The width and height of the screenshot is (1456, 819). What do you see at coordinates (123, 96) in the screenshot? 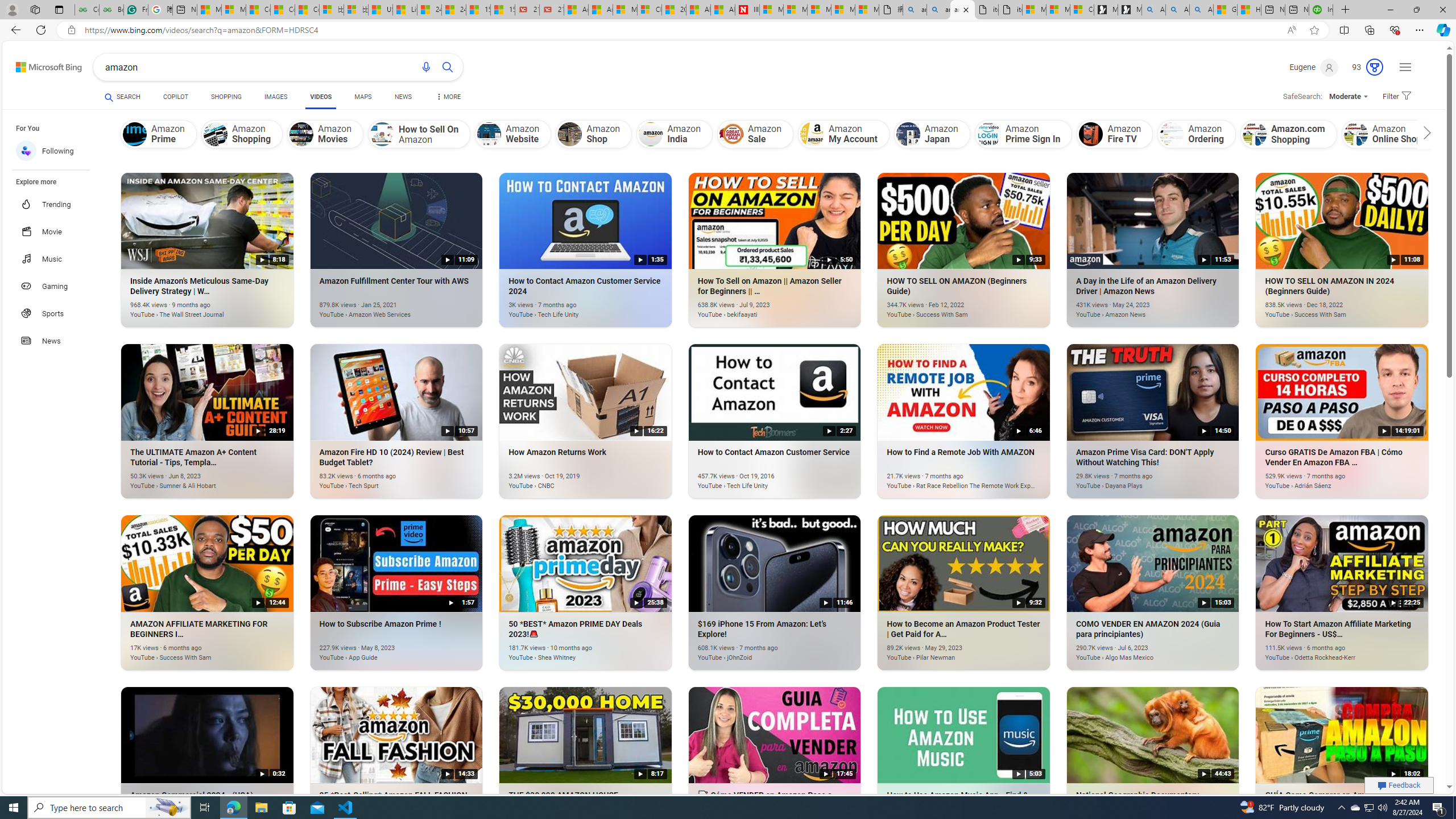
I see `'SEARCH'` at bounding box center [123, 96].